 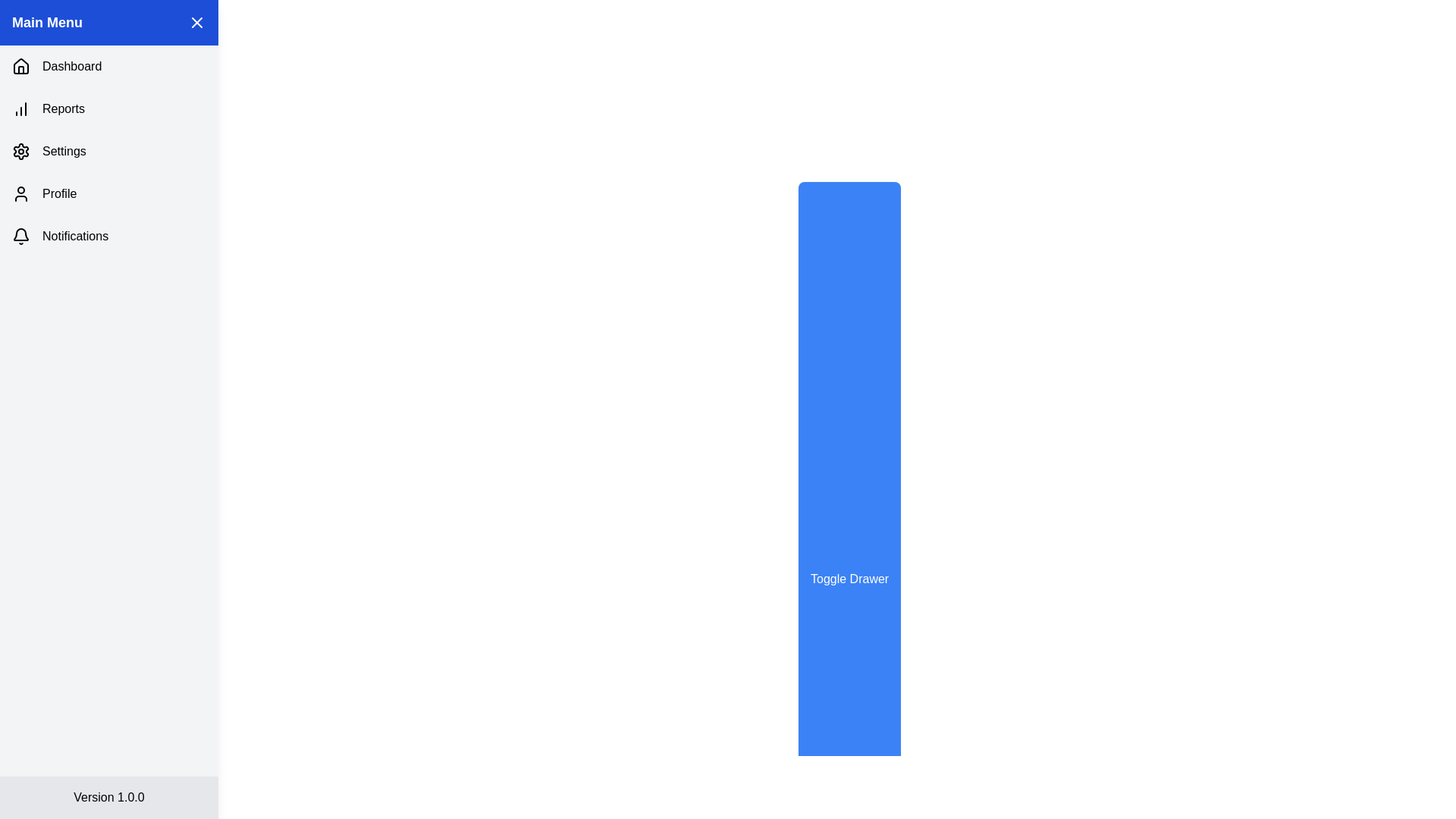 What do you see at coordinates (47, 23) in the screenshot?
I see `the static text label that serves as the title for the sidebar menu, located in the blue header bar at the top and aligned towards the left edge` at bounding box center [47, 23].